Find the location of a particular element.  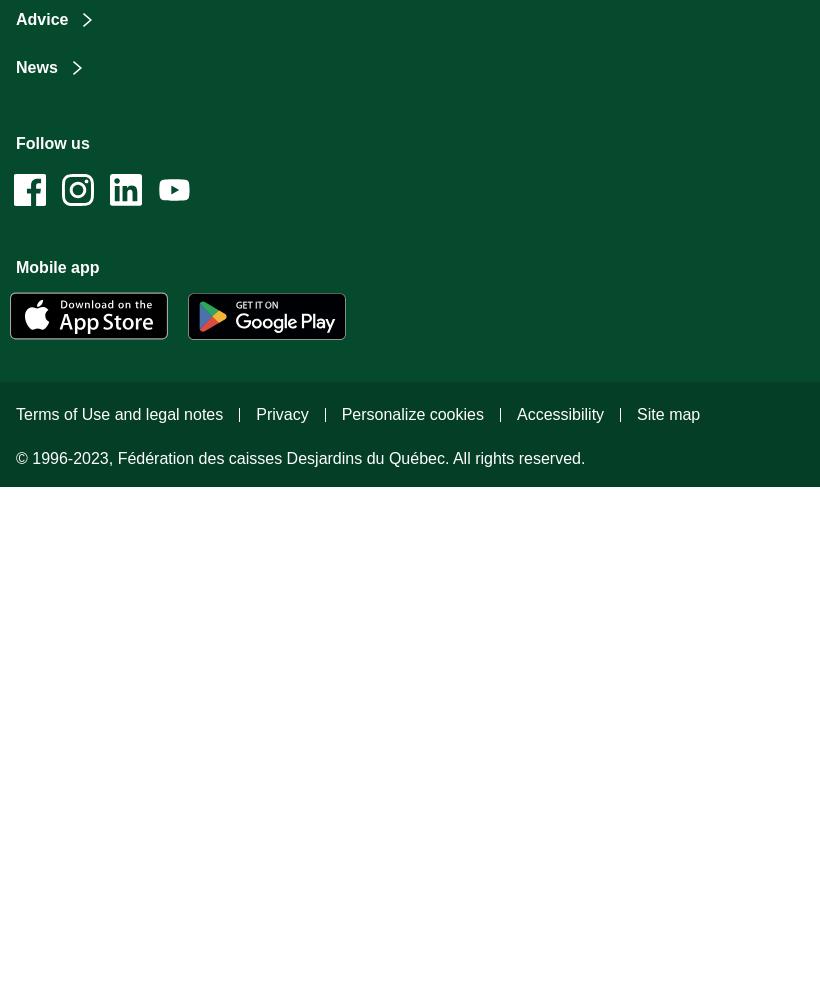

'Personalize cookies' is located at coordinates (410, 413).